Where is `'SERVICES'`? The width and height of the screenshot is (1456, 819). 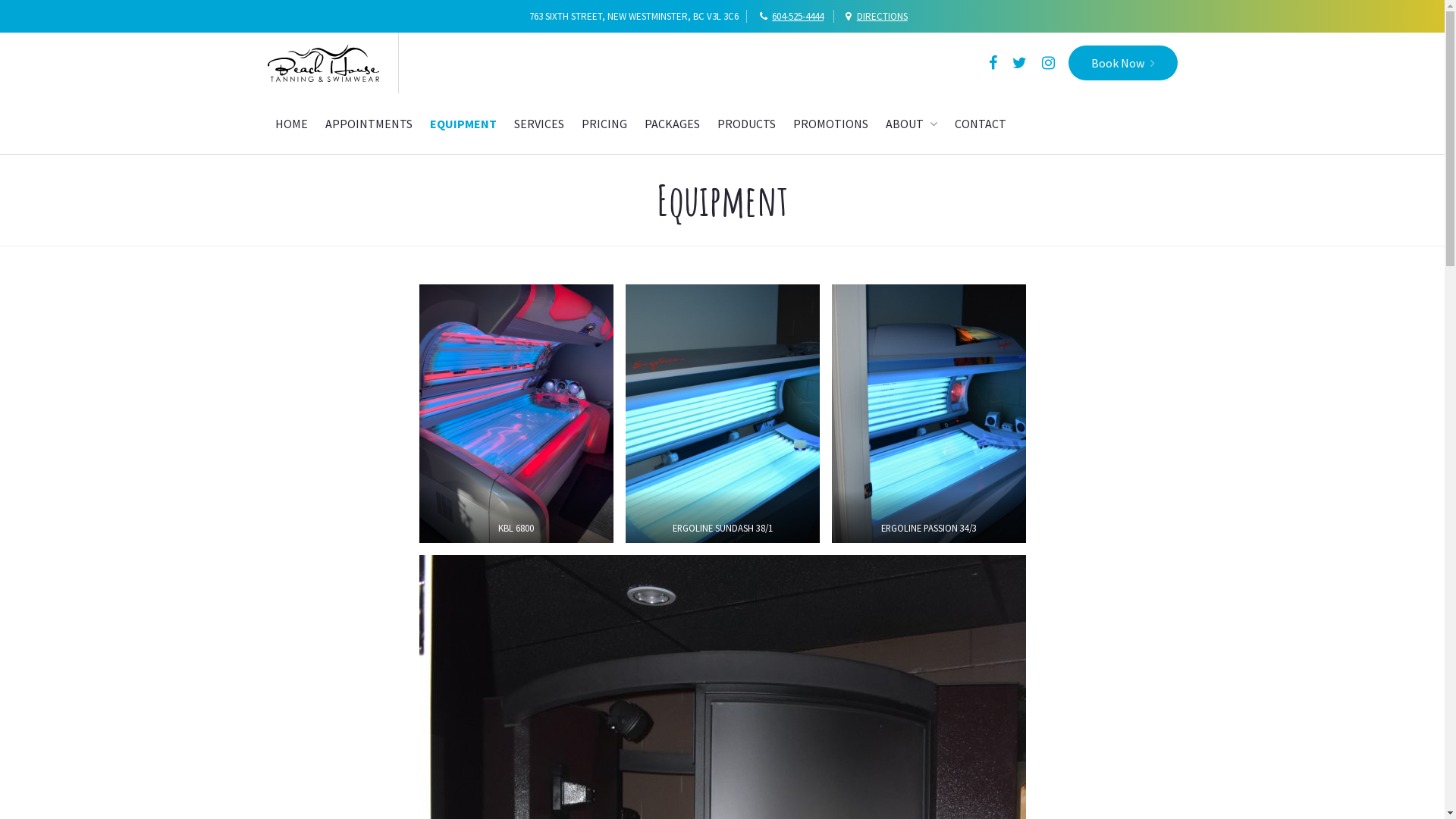 'SERVICES' is located at coordinates (538, 122).